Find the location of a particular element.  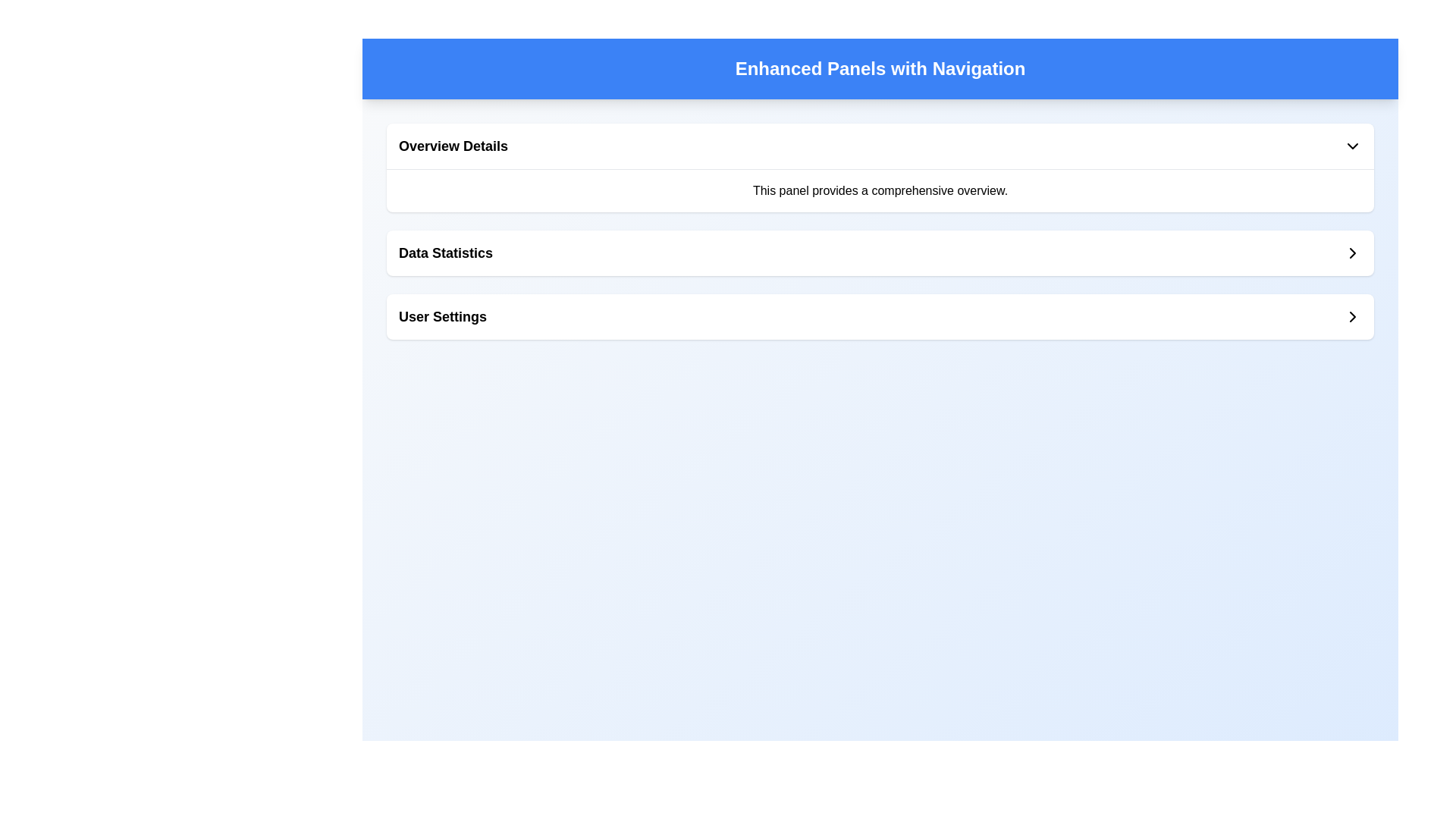

the icon located at the far right end of the 'User Settings' row is located at coordinates (1353, 315).